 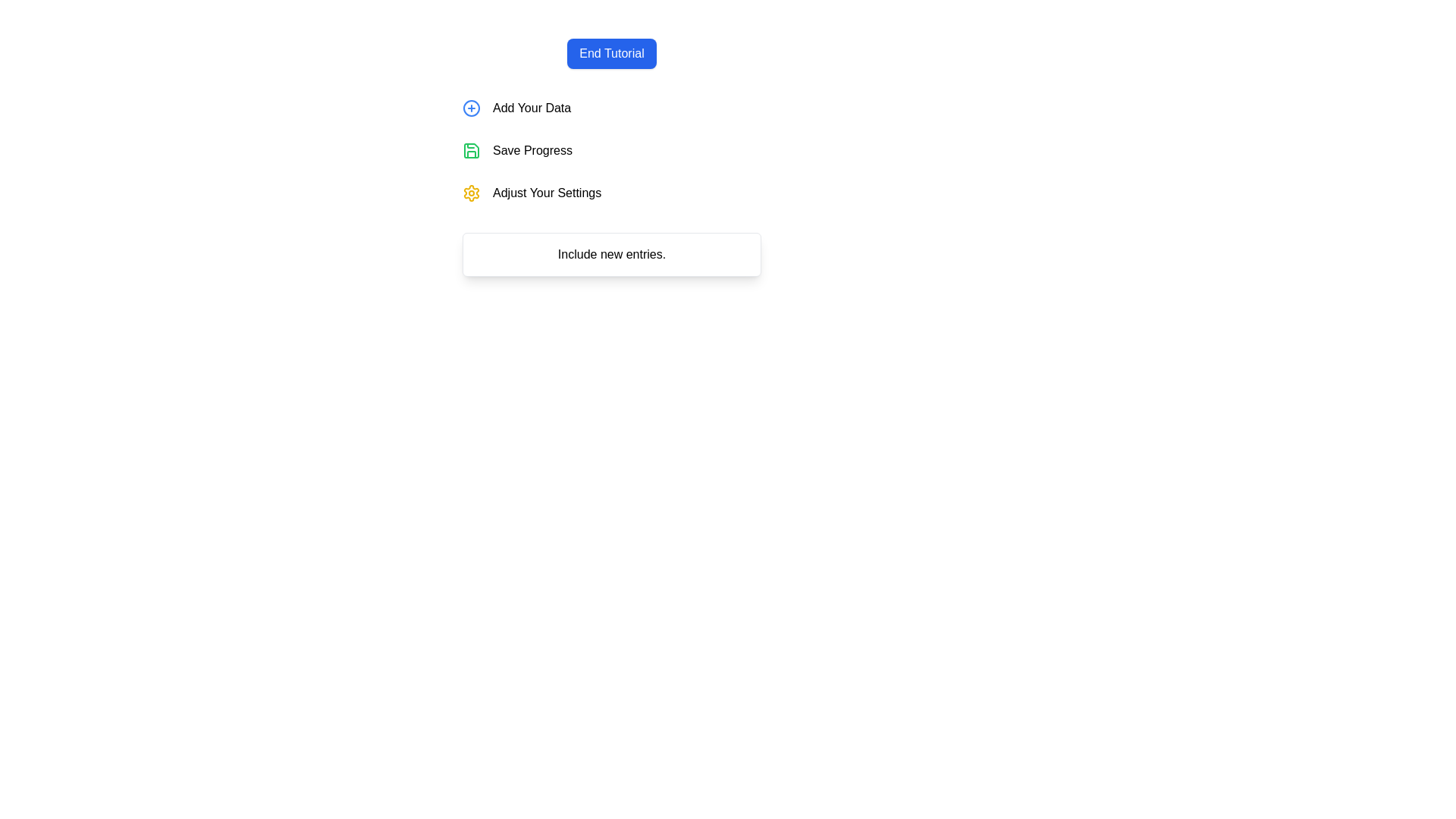 I want to click on the rectangular blue button labeled 'End Tutorial' at the top-center of the interface, so click(x=611, y=52).